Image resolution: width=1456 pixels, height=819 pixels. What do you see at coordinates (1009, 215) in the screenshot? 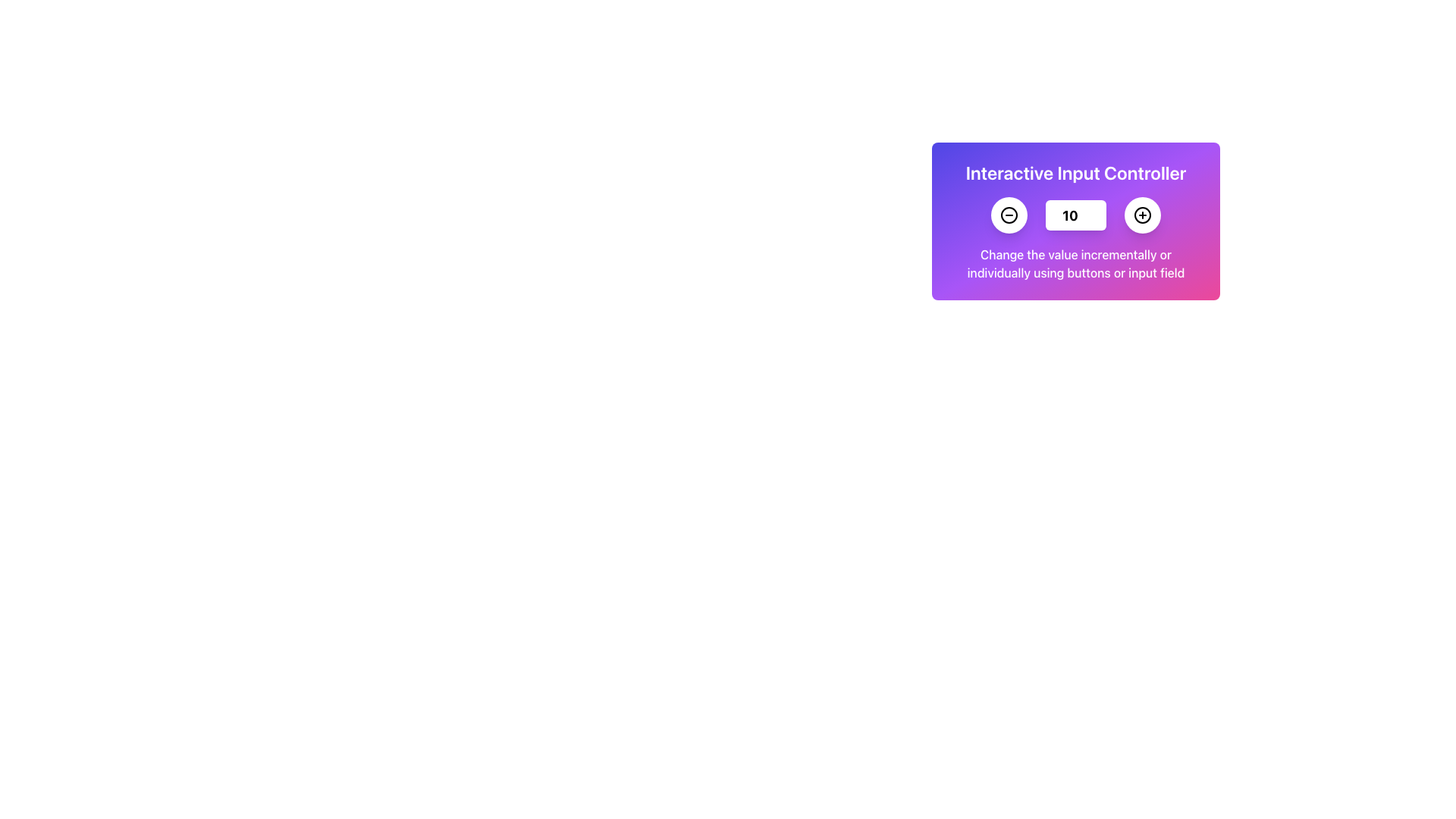
I see `the decrement button located to the left of the numerical input box to observe any hover effects` at bounding box center [1009, 215].